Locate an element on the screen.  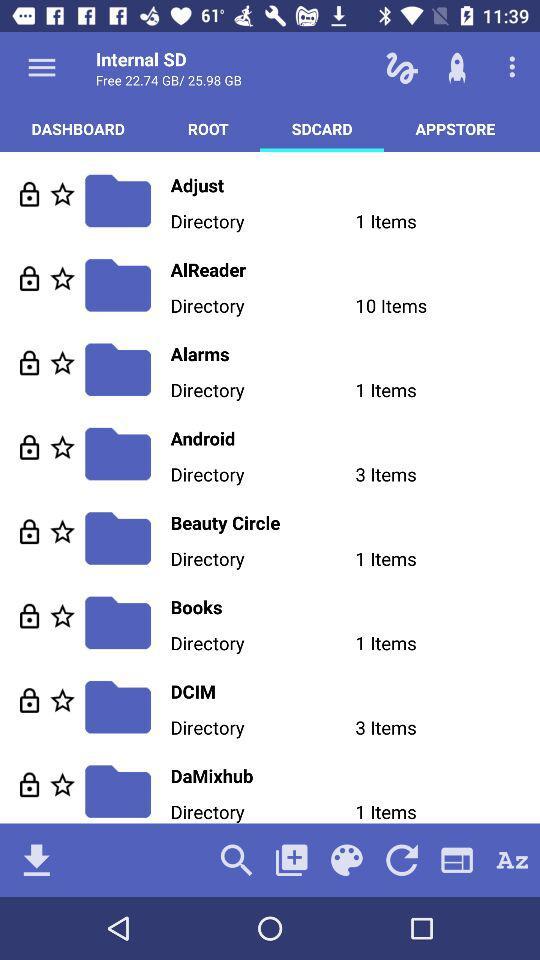
this to the starred list is located at coordinates (62, 361).